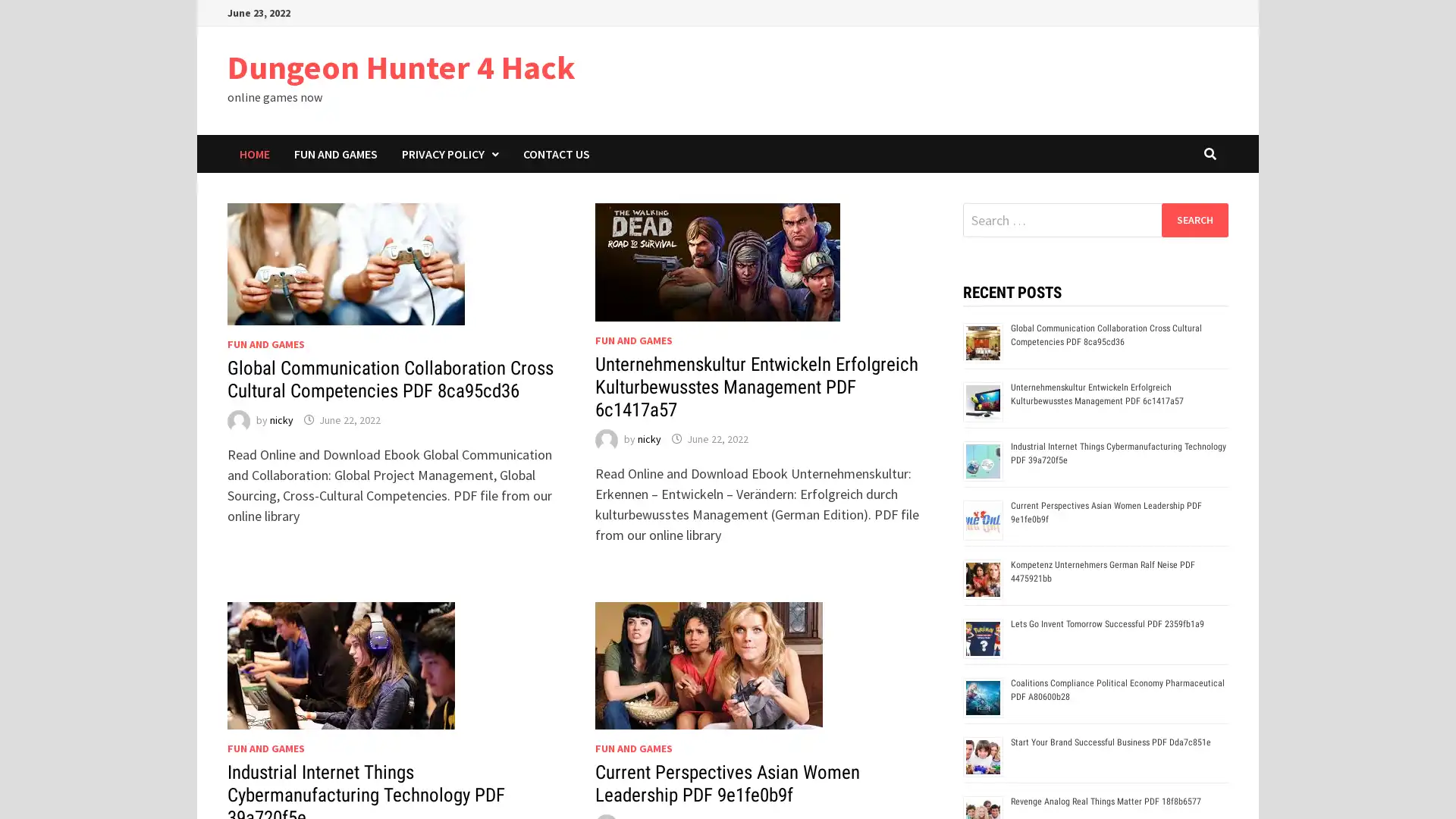  What do you see at coordinates (1194, 219) in the screenshot?
I see `Search` at bounding box center [1194, 219].